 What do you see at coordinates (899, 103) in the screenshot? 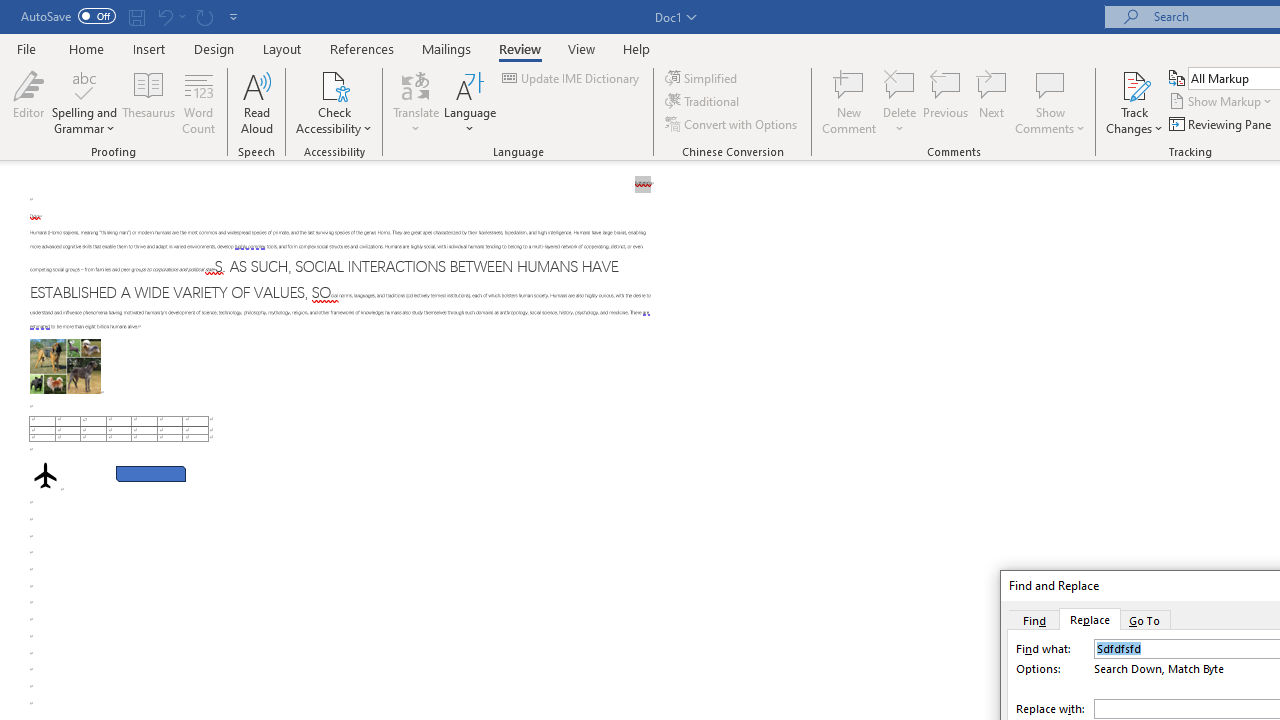
I see `'Delete'` at bounding box center [899, 103].